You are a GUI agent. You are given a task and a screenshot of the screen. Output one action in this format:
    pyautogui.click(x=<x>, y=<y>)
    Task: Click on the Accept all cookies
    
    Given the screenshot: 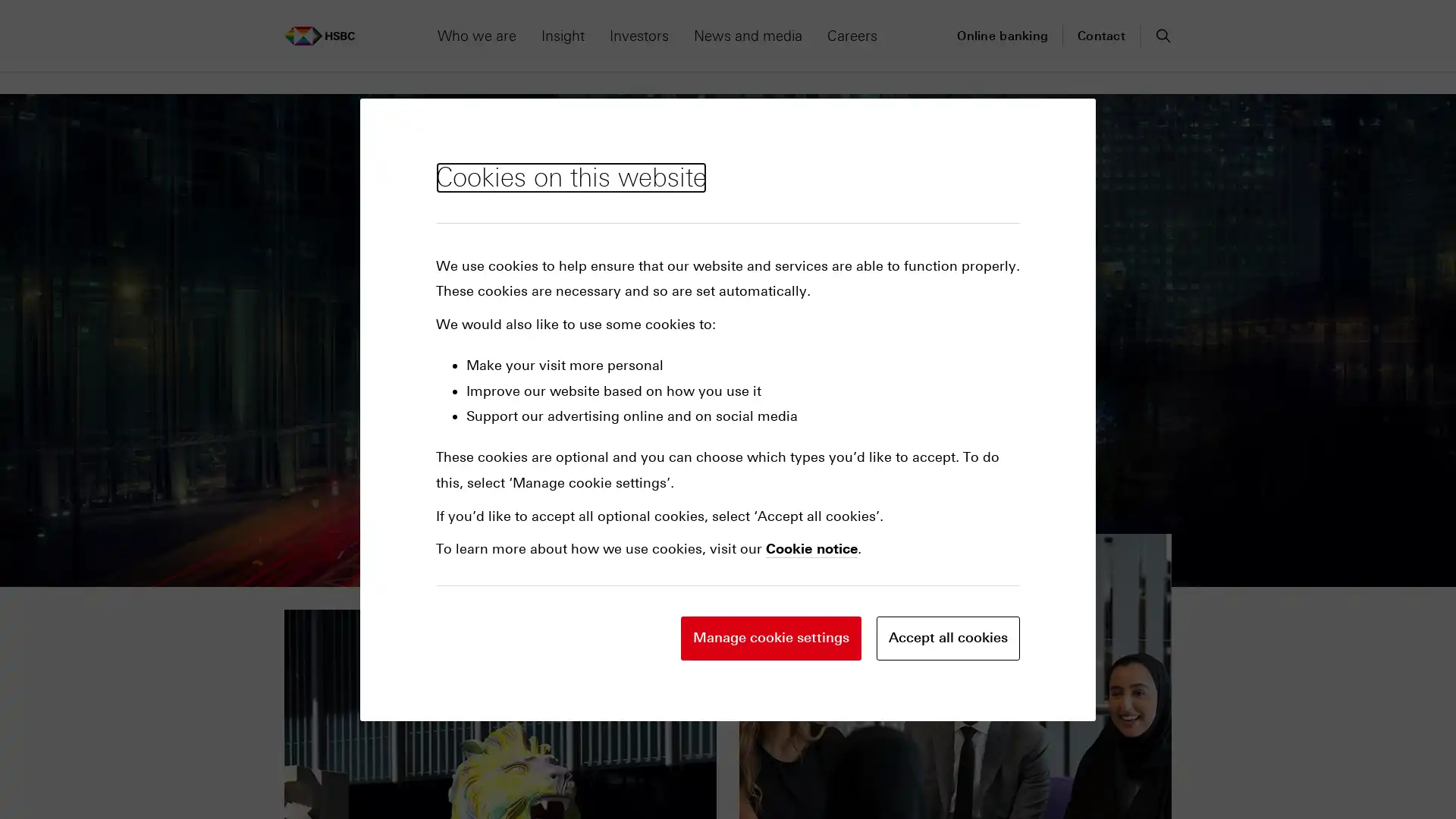 What is the action you would take?
    pyautogui.click(x=947, y=638)
    